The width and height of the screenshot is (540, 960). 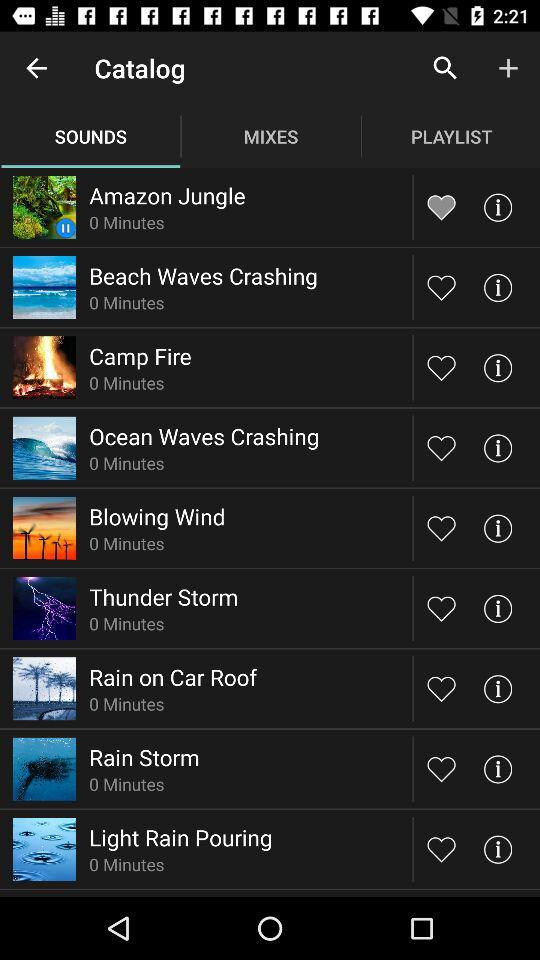 What do you see at coordinates (441, 767) in the screenshot?
I see `like sound` at bounding box center [441, 767].